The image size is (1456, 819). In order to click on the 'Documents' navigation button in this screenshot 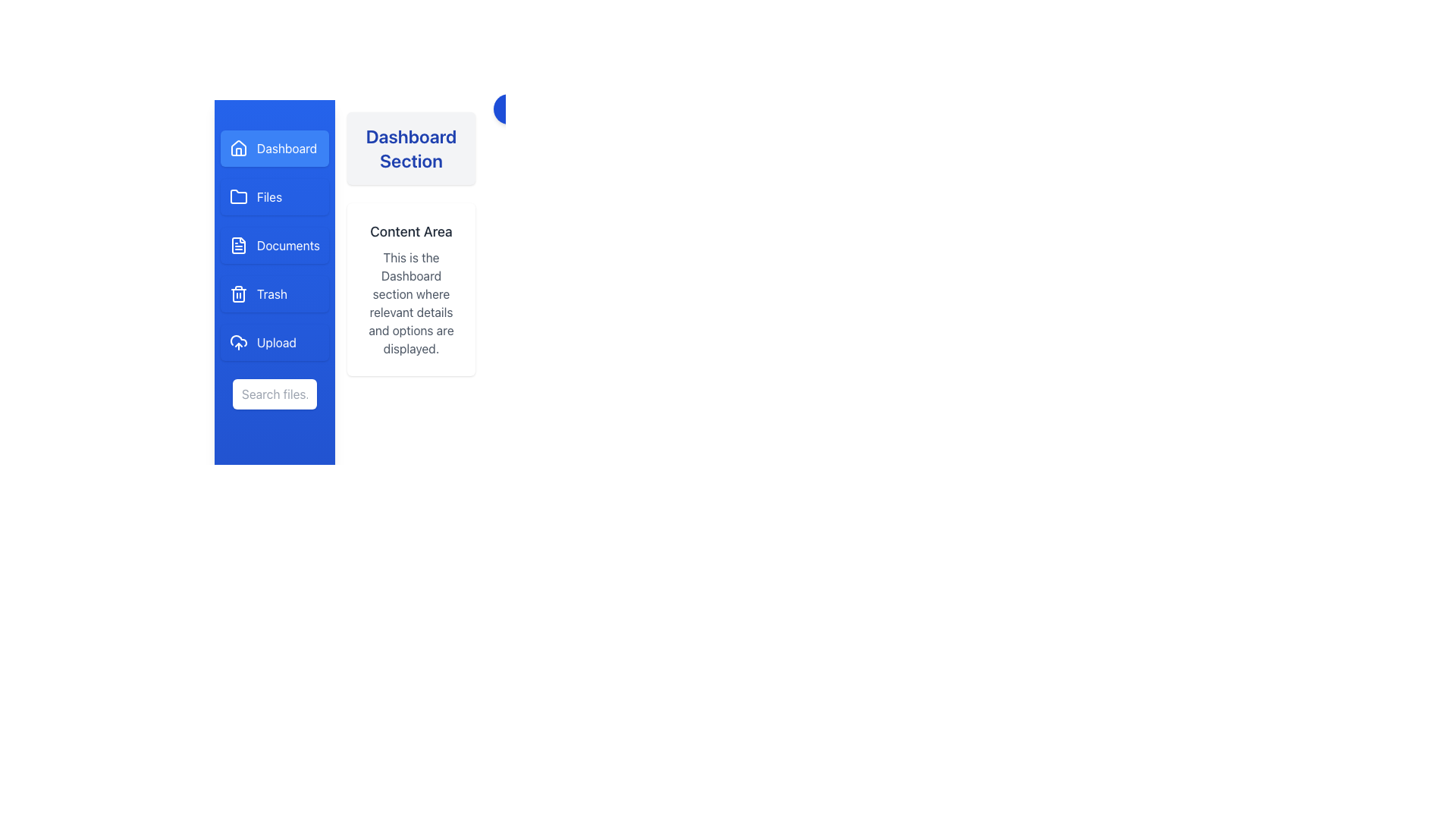, I will do `click(288, 245)`.